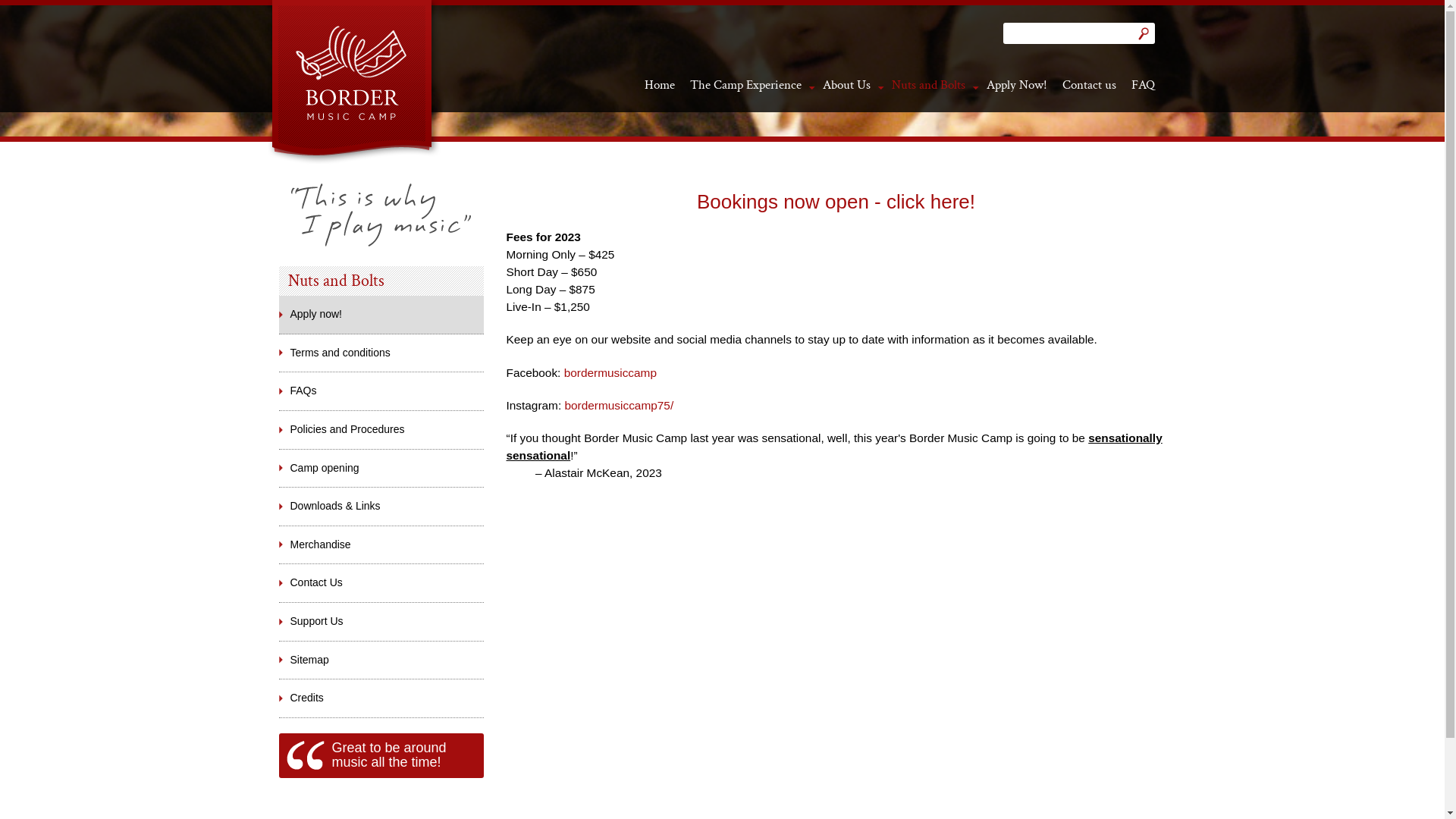 This screenshot has width=1456, height=819. I want to click on 'Contact us', so click(1087, 84).